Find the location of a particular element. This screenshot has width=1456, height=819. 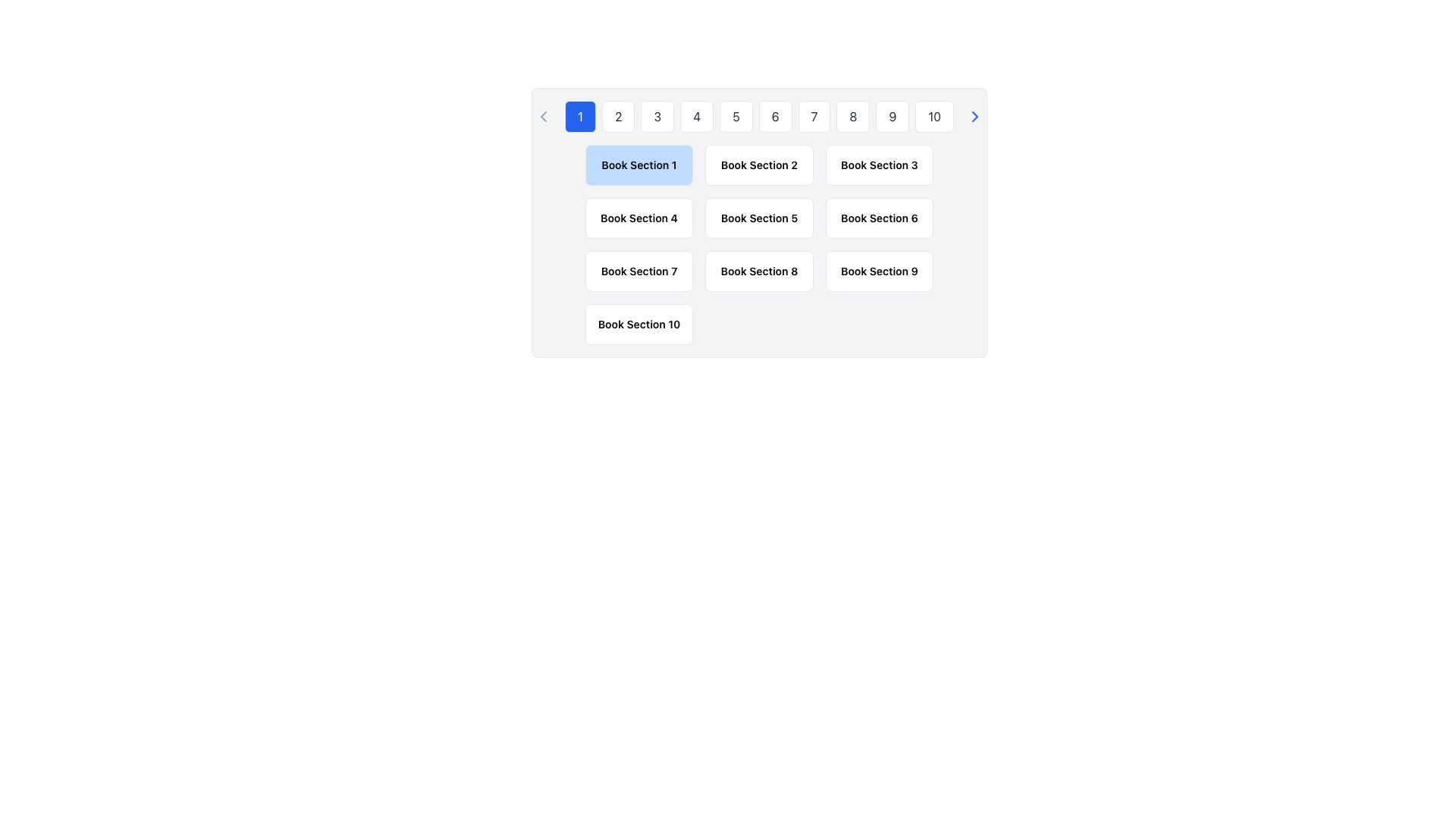

the 7th button in the pagination control is located at coordinates (814, 116).